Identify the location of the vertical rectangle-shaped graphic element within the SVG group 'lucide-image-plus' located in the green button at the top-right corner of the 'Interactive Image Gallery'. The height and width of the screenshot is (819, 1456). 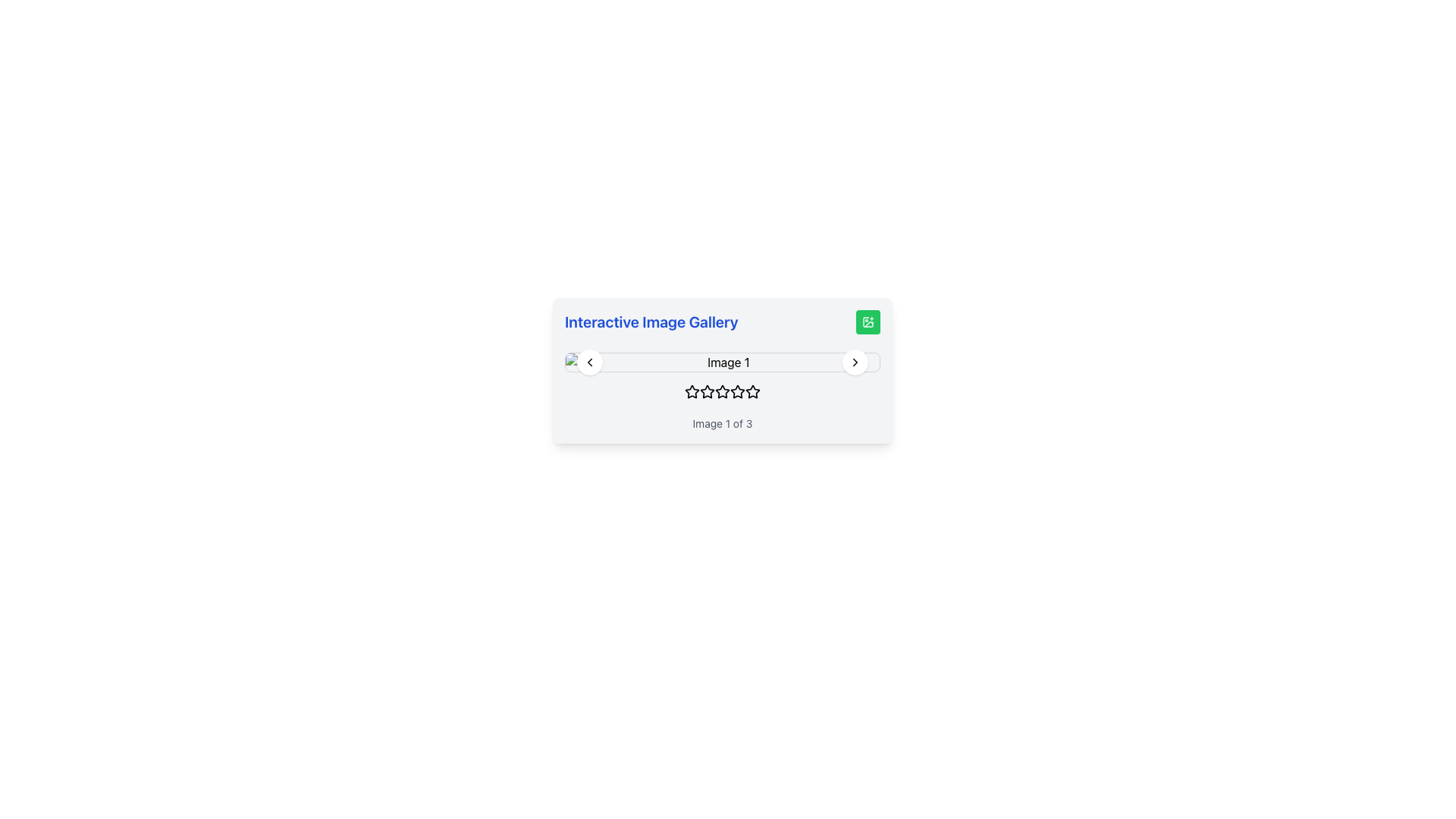
(868, 321).